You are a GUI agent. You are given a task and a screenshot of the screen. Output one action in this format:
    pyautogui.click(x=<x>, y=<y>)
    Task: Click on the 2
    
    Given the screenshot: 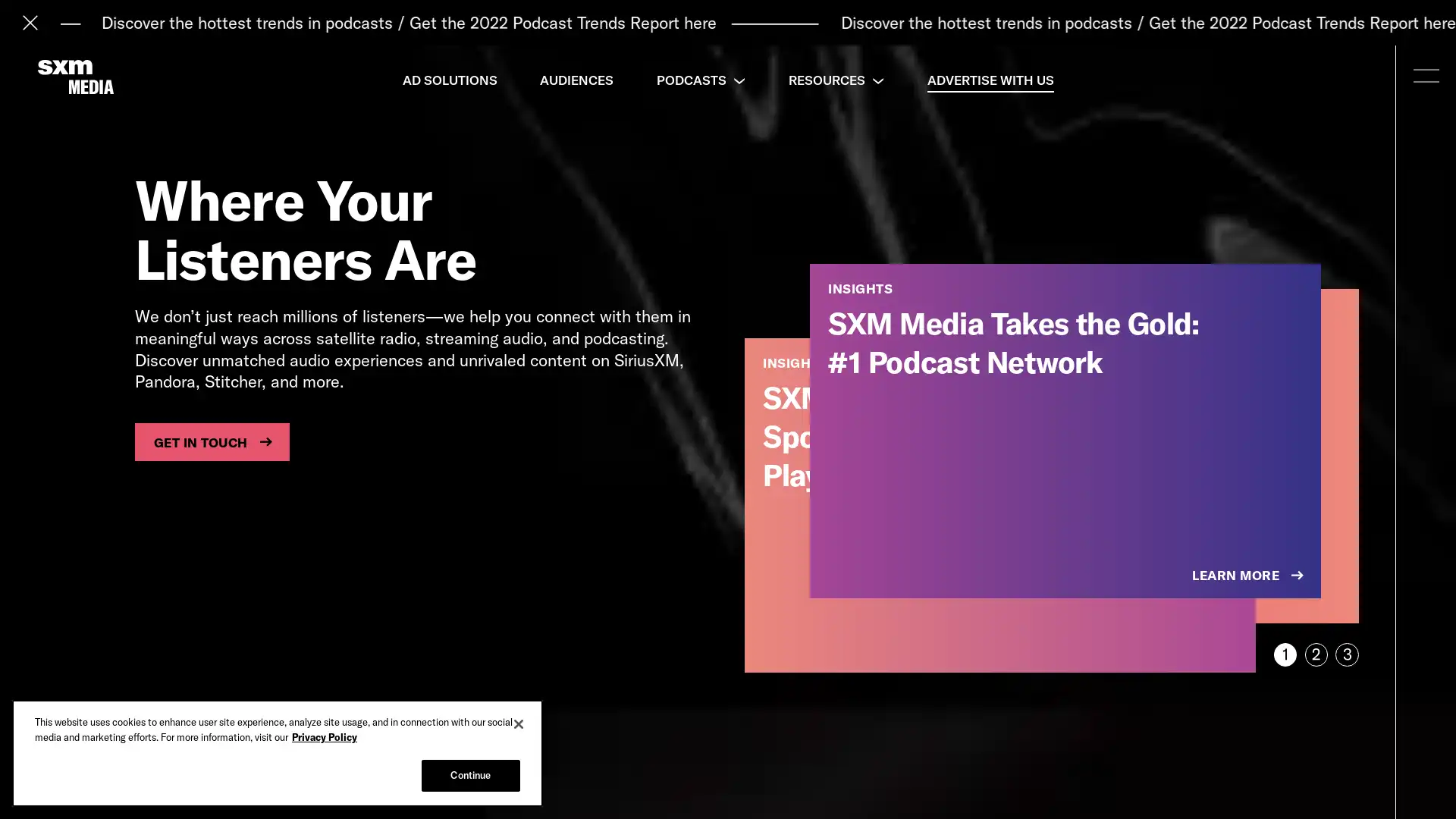 What is the action you would take?
    pyautogui.click(x=1315, y=654)
    